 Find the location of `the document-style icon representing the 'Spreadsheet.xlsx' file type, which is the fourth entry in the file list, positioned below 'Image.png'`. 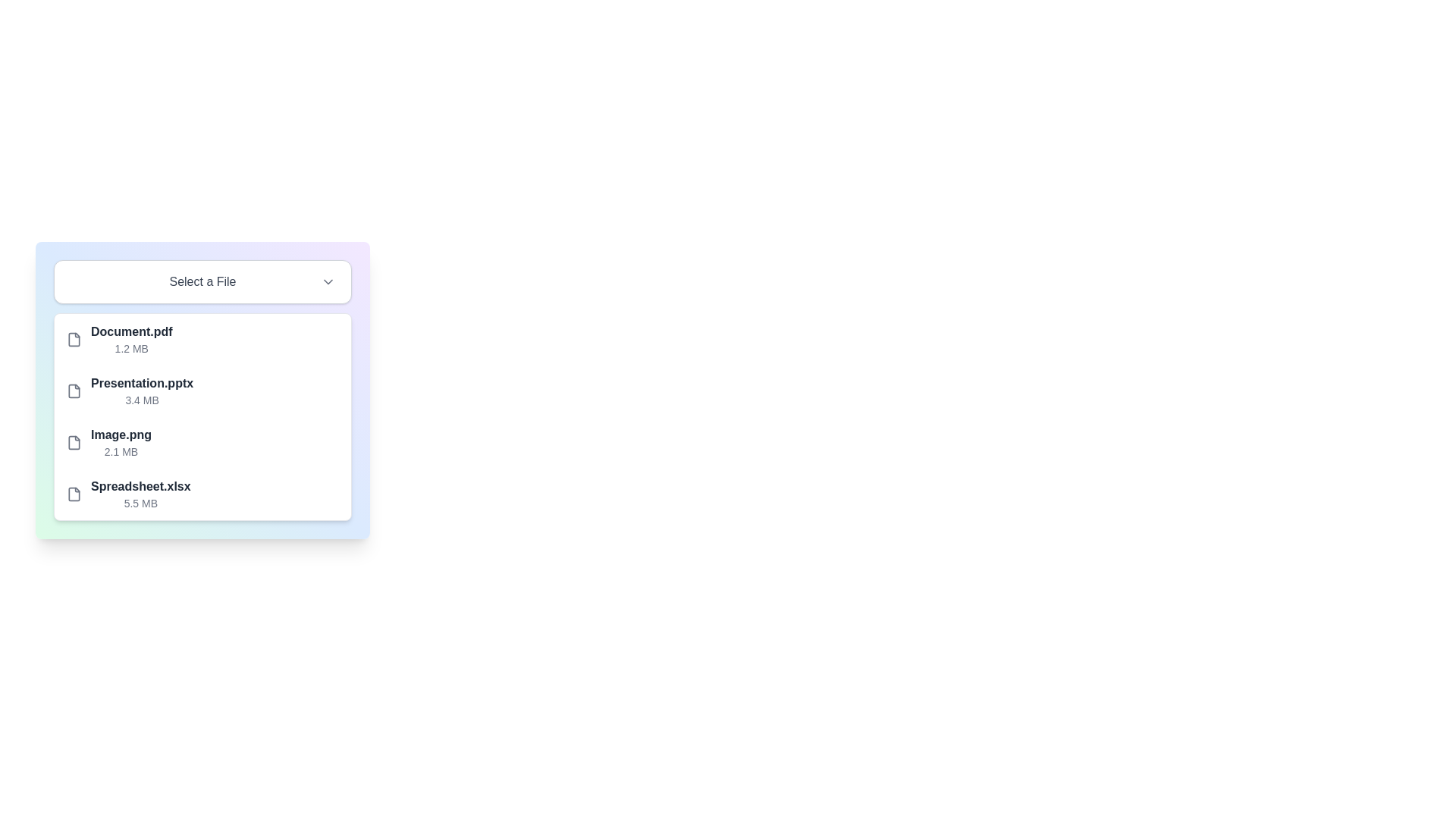

the document-style icon representing the 'Spreadsheet.xlsx' file type, which is the fourth entry in the file list, positioned below 'Image.png' is located at coordinates (73, 494).